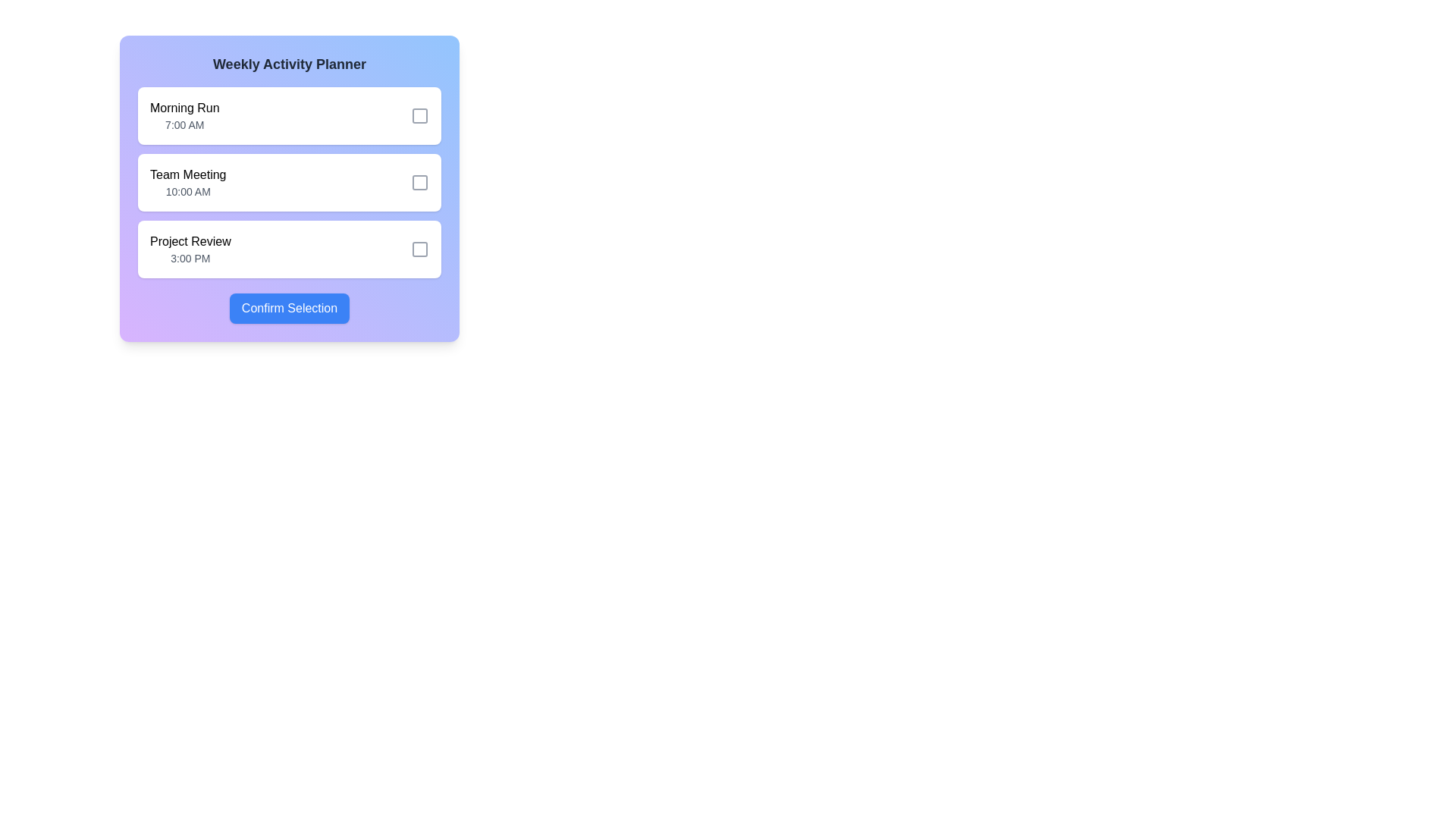  I want to click on the text label element displaying 'Team Meeting' which is the second entry in a list of scheduled activities, so click(187, 174).